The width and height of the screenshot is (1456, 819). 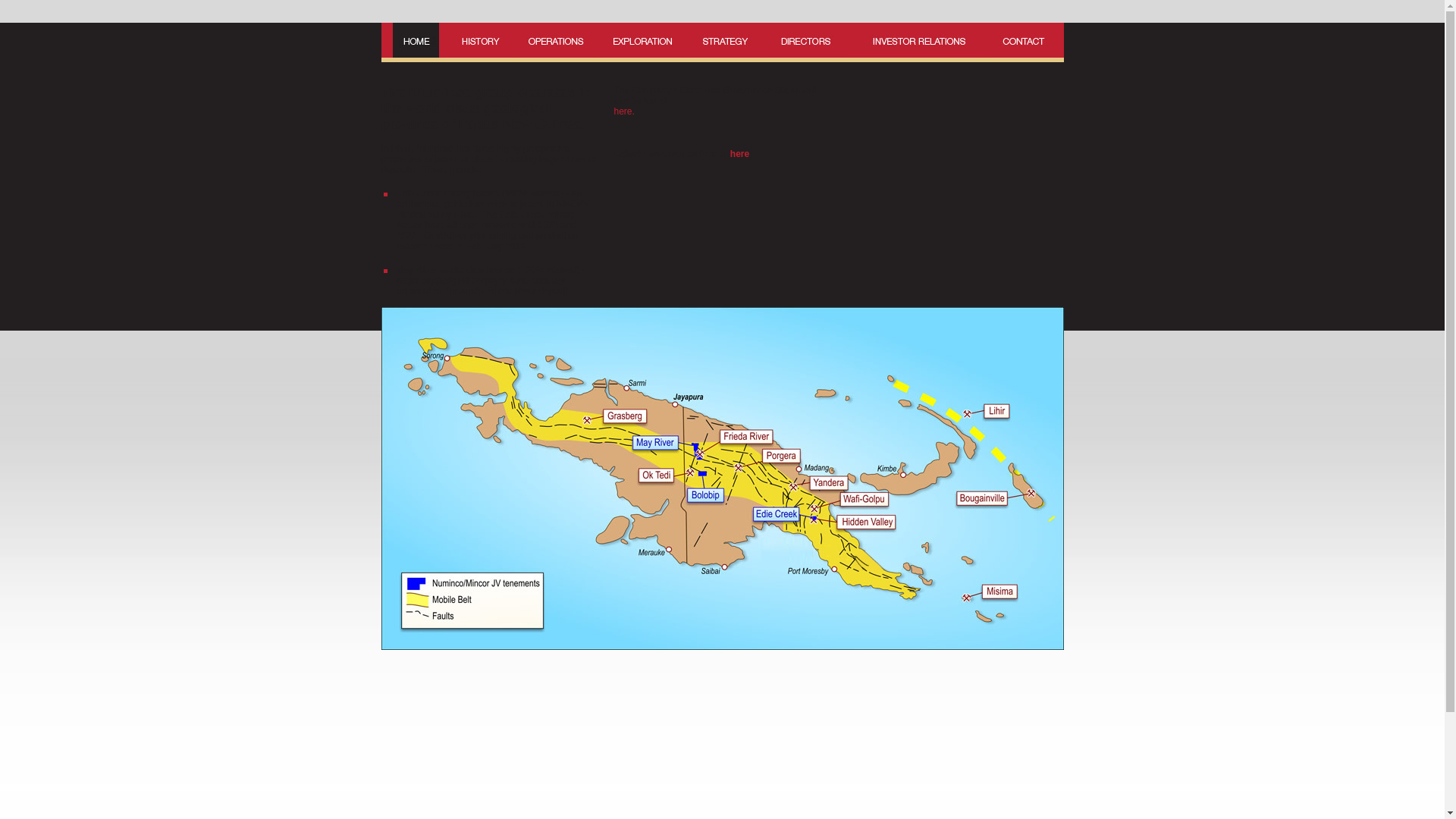 What do you see at coordinates (728, 154) in the screenshot?
I see `' here'` at bounding box center [728, 154].